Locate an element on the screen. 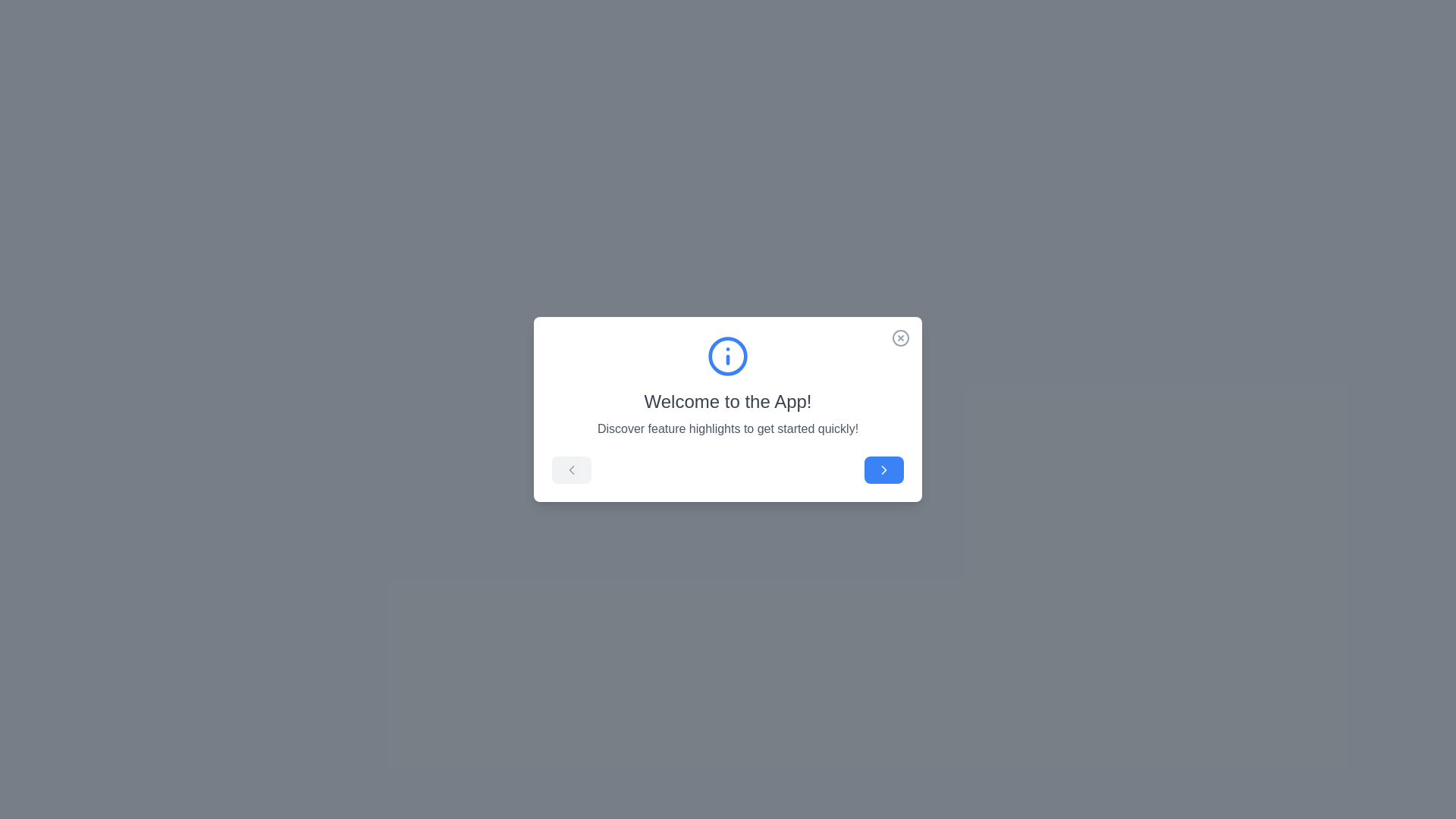  the guide icon to inspect it is located at coordinates (728, 356).